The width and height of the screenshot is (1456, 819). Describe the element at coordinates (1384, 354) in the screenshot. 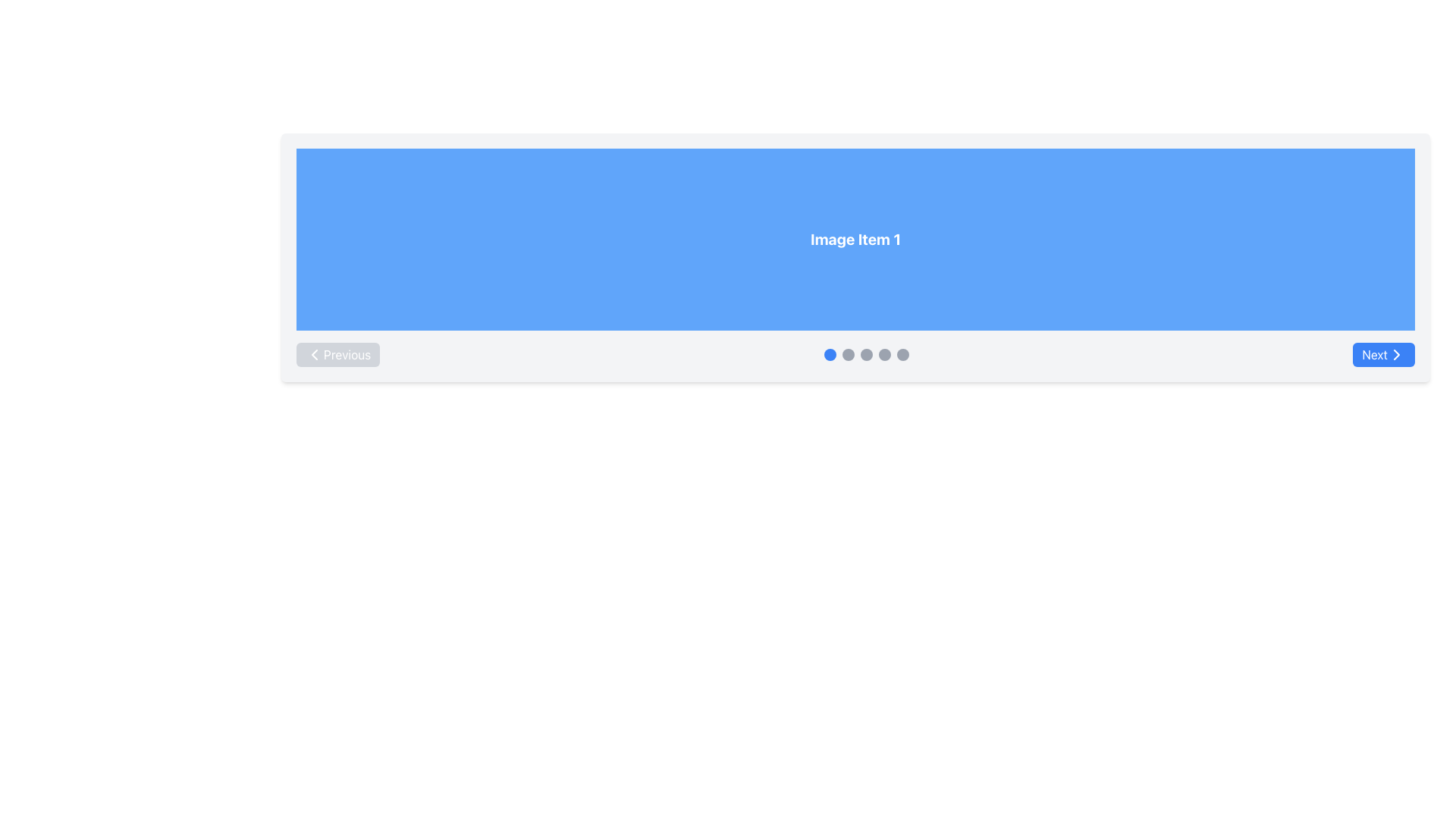

I see `the navigation button located at the bottom-right corner of the navigation bar` at that location.